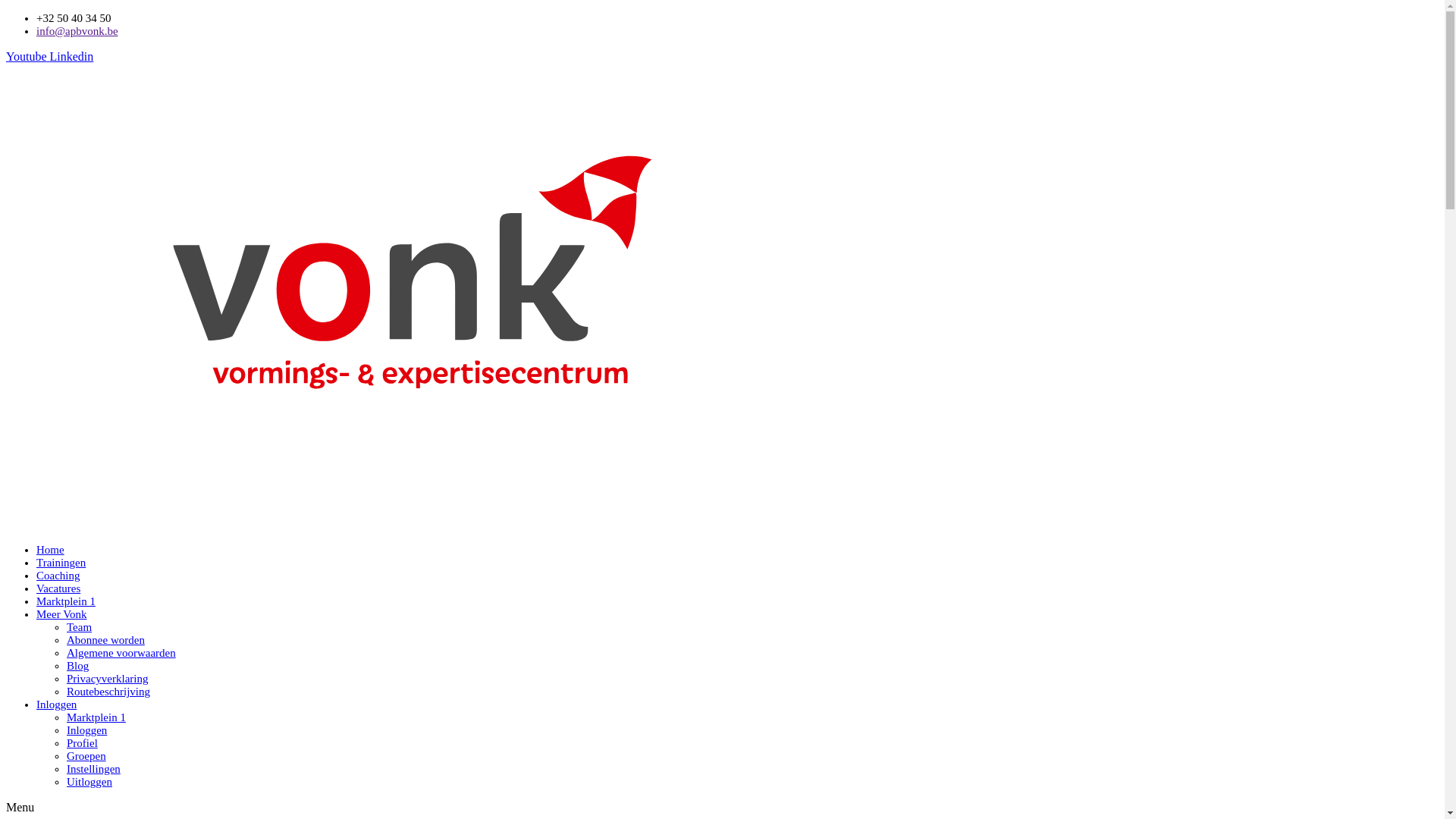  I want to click on 'Routebeschrijving', so click(108, 691).